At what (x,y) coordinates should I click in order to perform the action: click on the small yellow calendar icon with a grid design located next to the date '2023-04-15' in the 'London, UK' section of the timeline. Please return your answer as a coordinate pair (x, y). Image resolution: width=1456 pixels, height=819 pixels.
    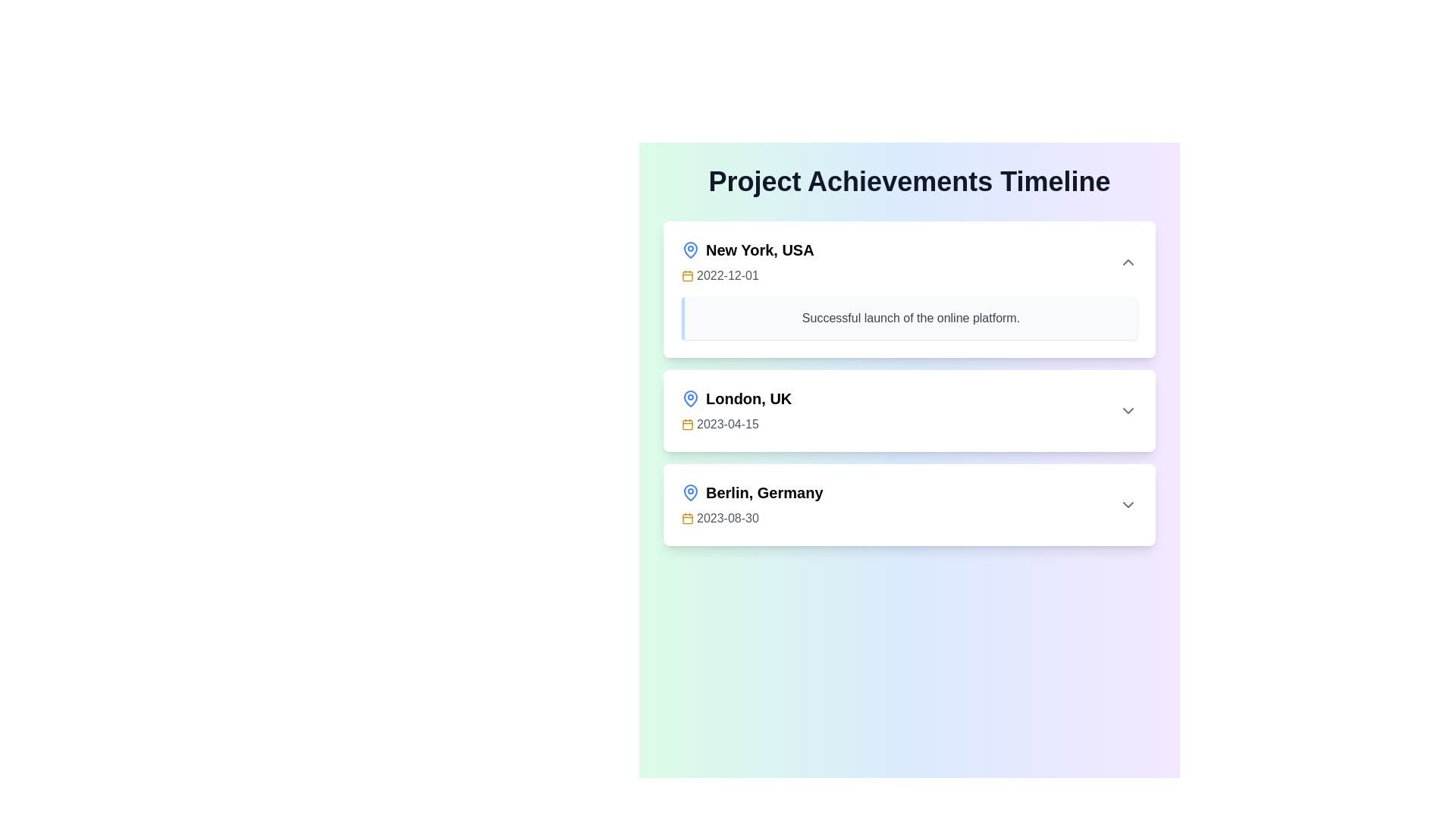
    Looking at the image, I should click on (687, 424).